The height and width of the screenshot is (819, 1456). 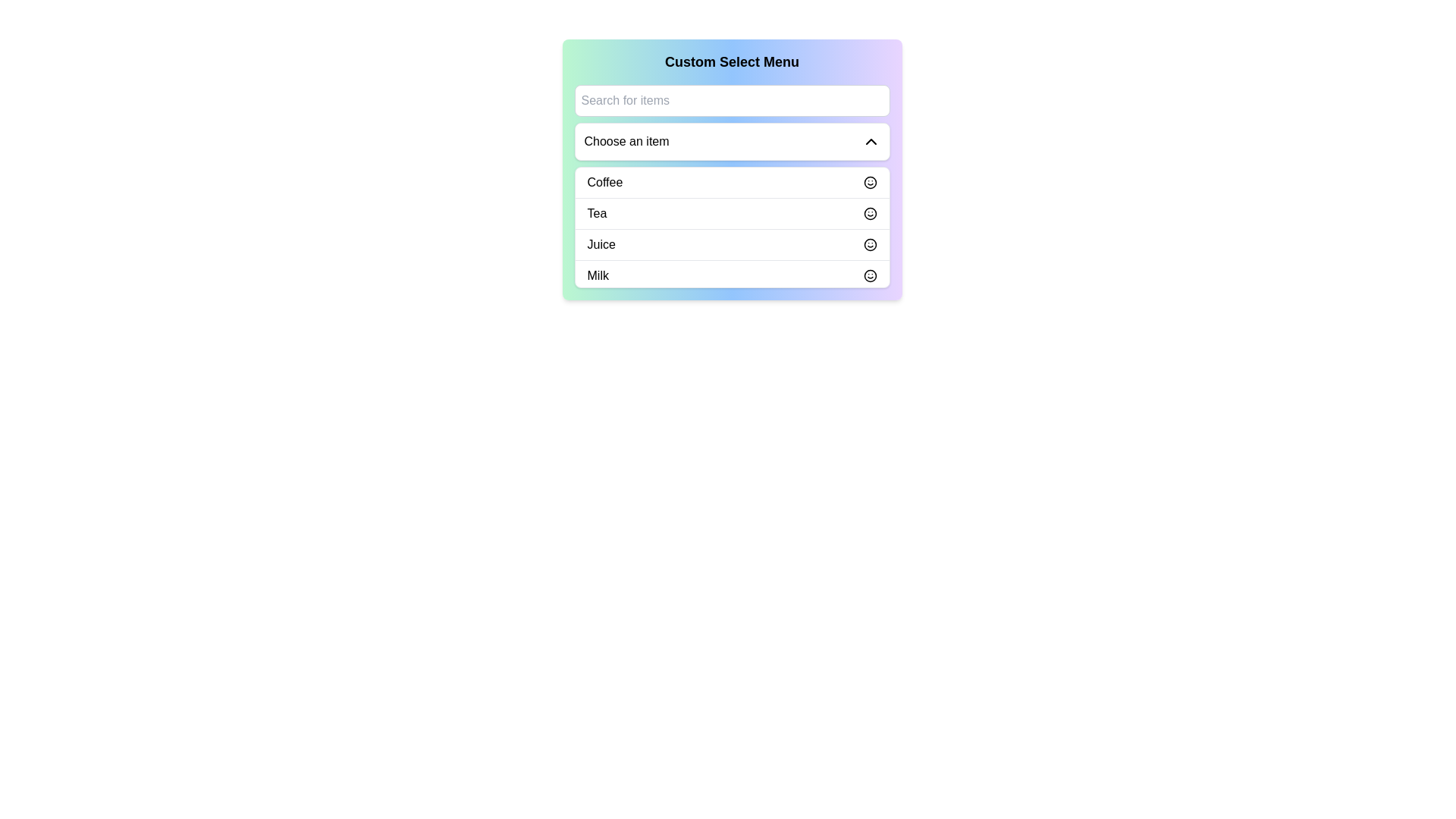 I want to click on the dropdown menu, so click(x=732, y=227).